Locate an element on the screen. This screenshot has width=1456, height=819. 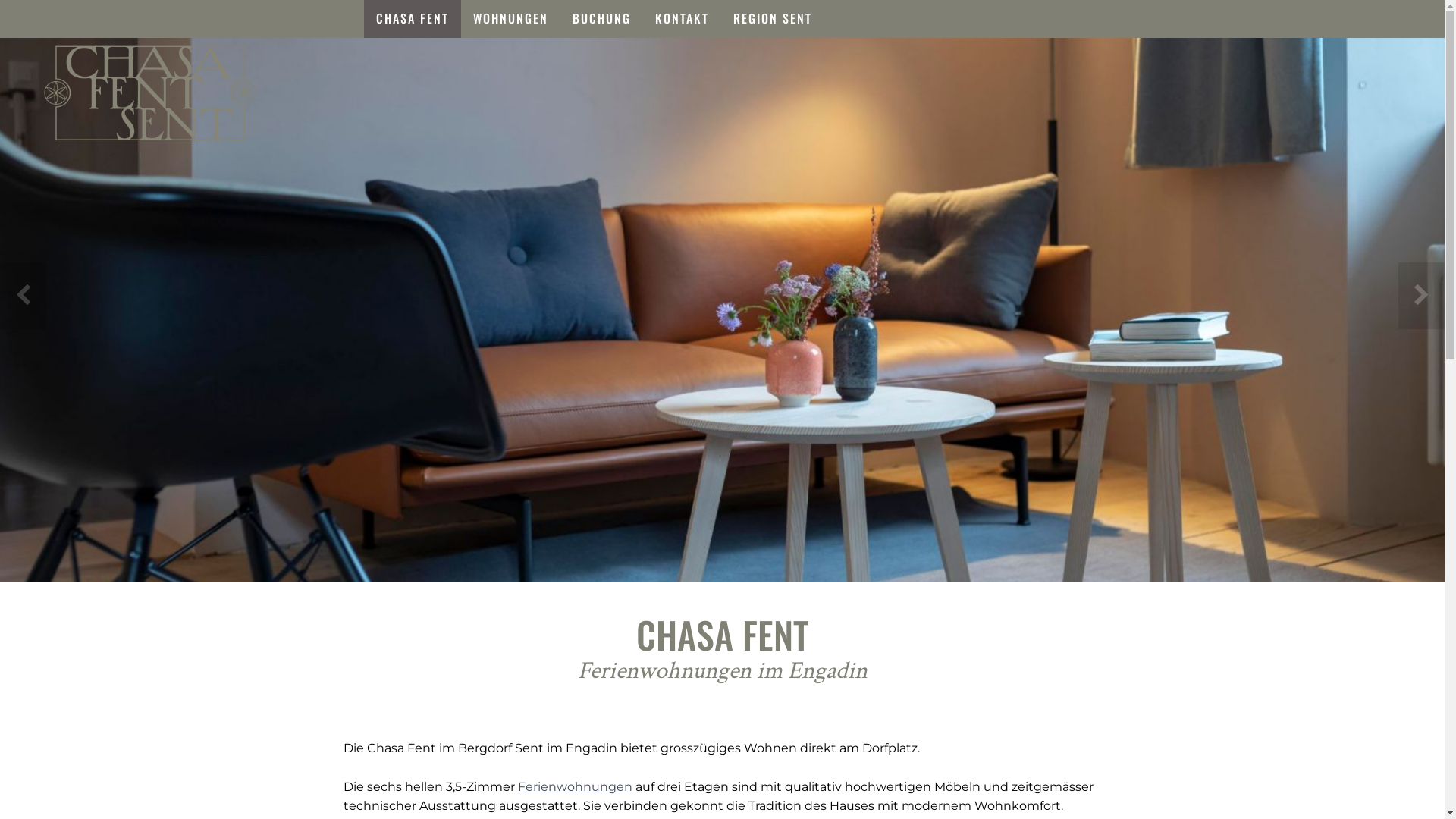
'WOHNUNGEN' is located at coordinates (510, 18).